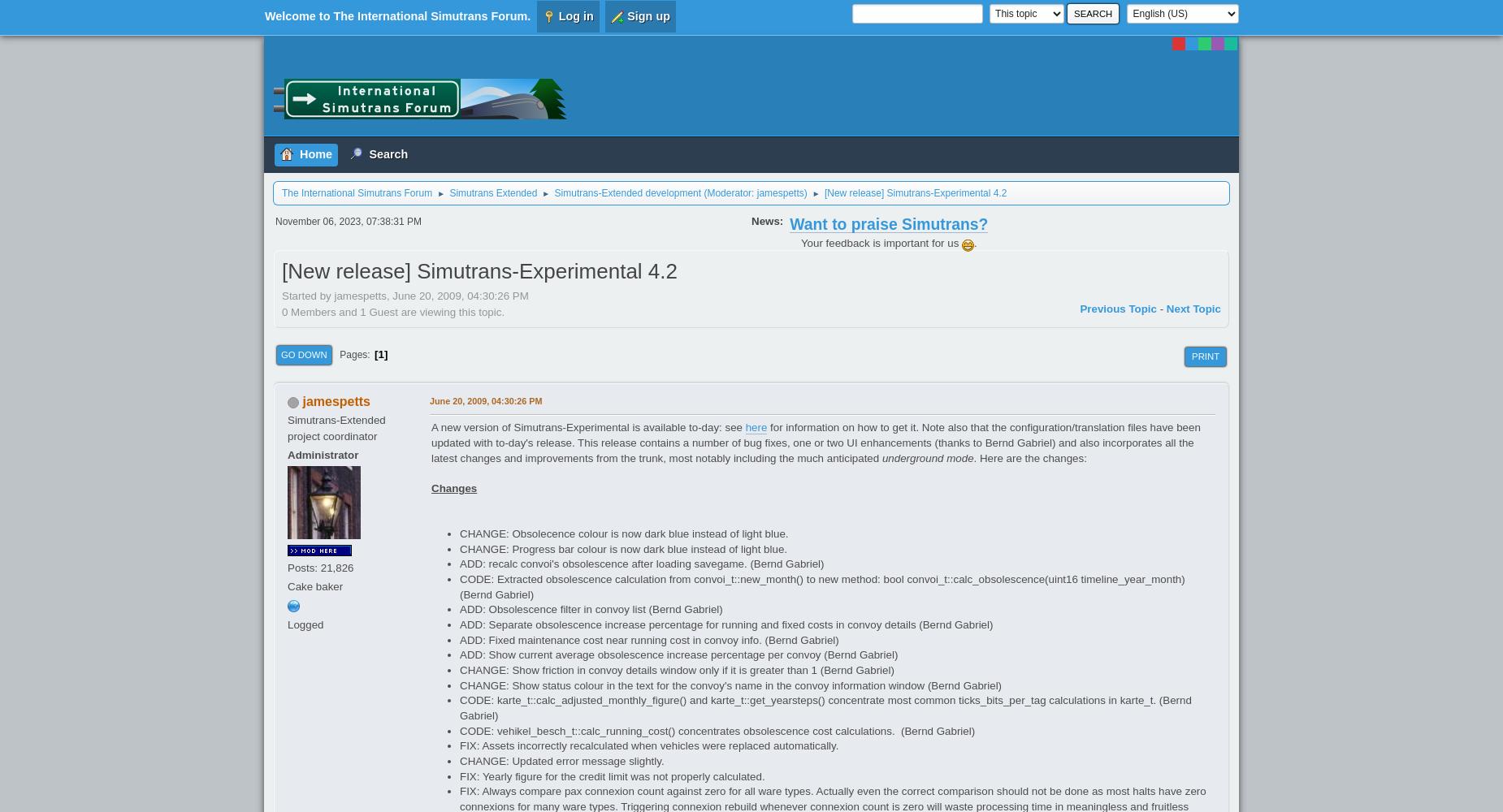  I want to click on 'CODE: karte_t::calc_adjusted_monthly_figure() and karte_t::get_yearsteps() concentrate most common ticks_bits_per_tag calculations in karte_t. (Bernd Gabriel)', so click(825, 706).